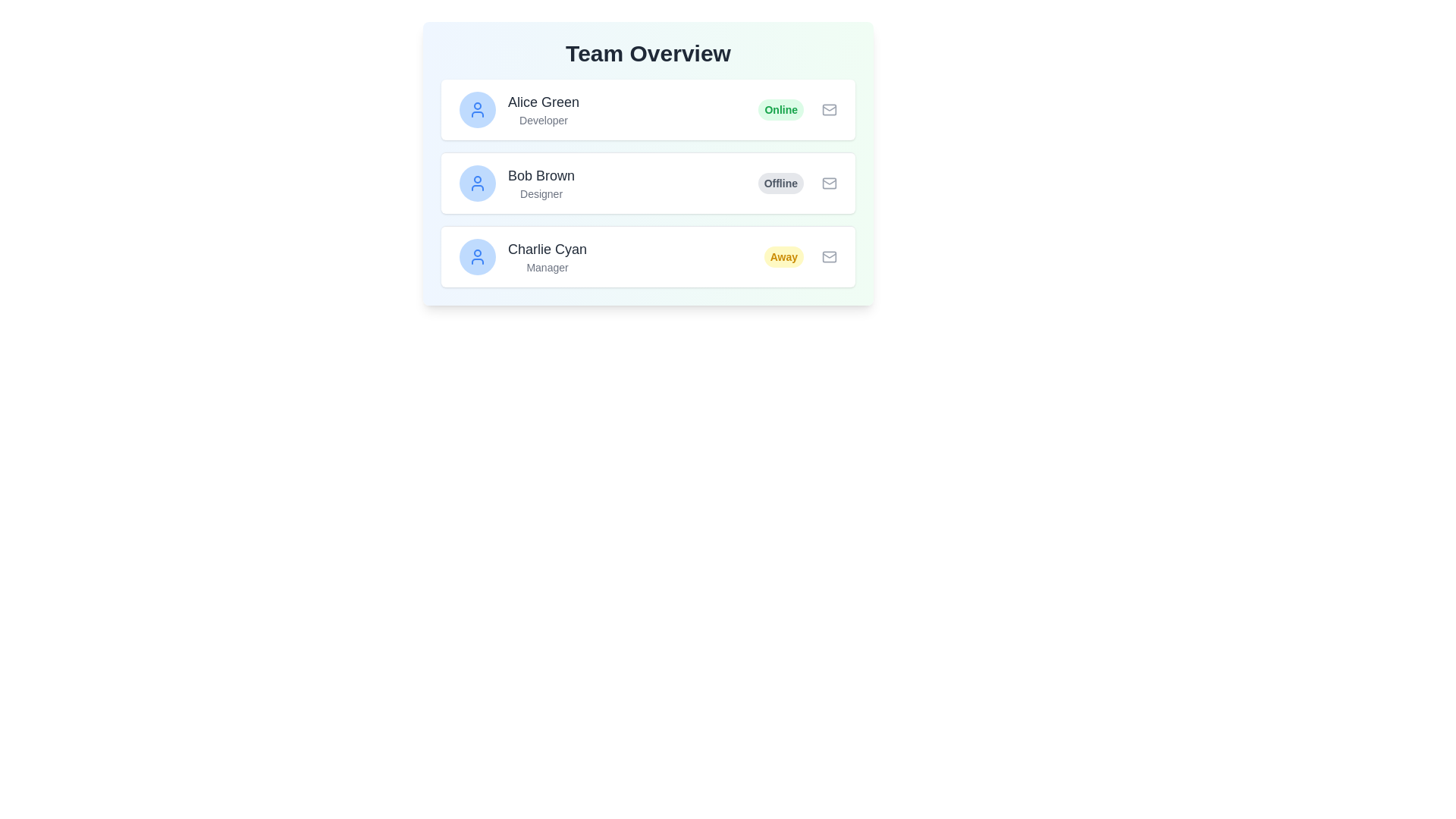 This screenshot has height=819, width=1456. I want to click on the top closure segment of the envelope icon, which is a small SVG graphical element positioned near the text 'Offline' and the second user entry, so click(829, 254).